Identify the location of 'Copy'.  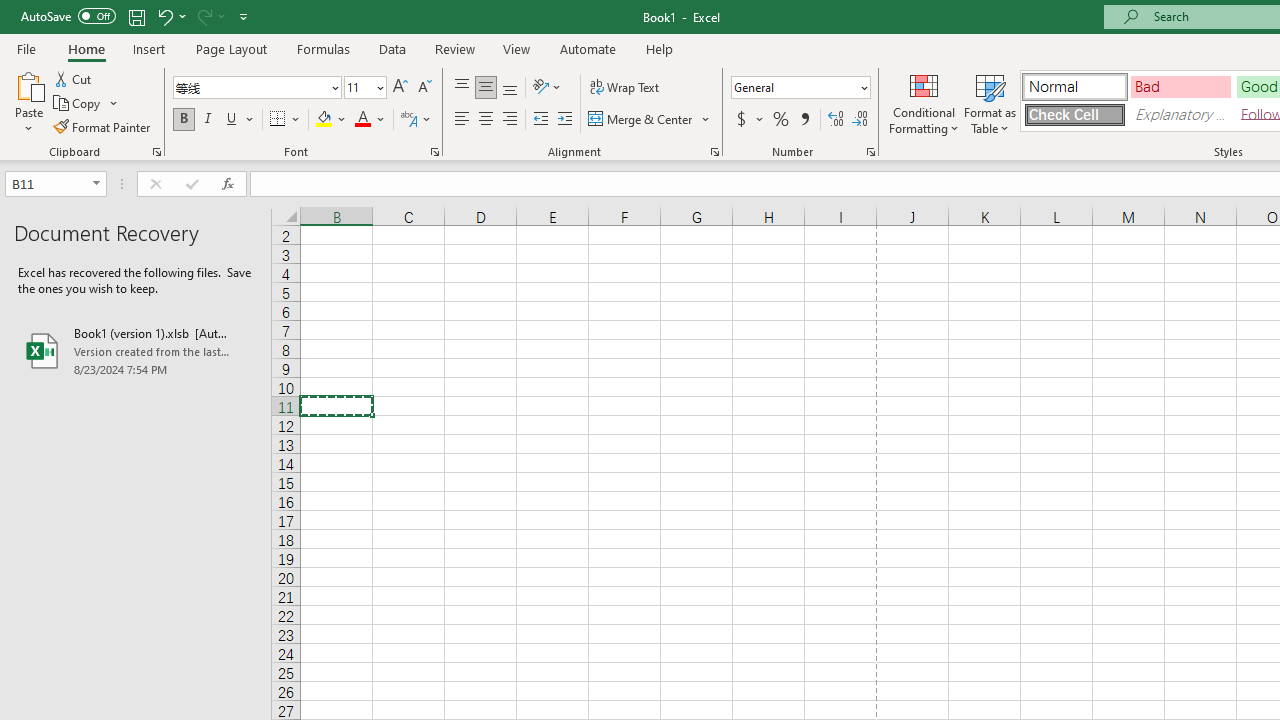
(78, 103).